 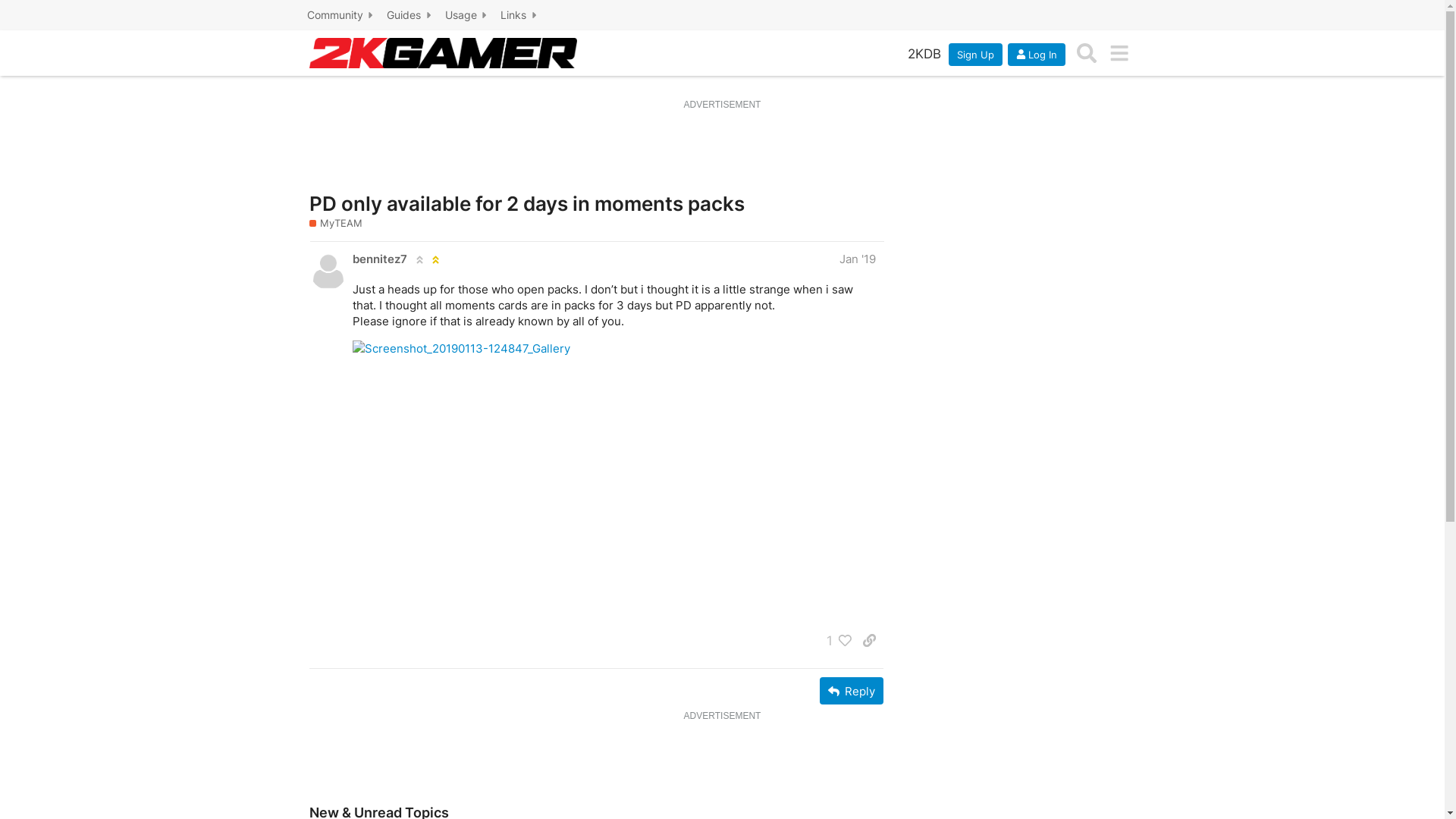 I want to click on 'Guides', so click(x=410, y=14).